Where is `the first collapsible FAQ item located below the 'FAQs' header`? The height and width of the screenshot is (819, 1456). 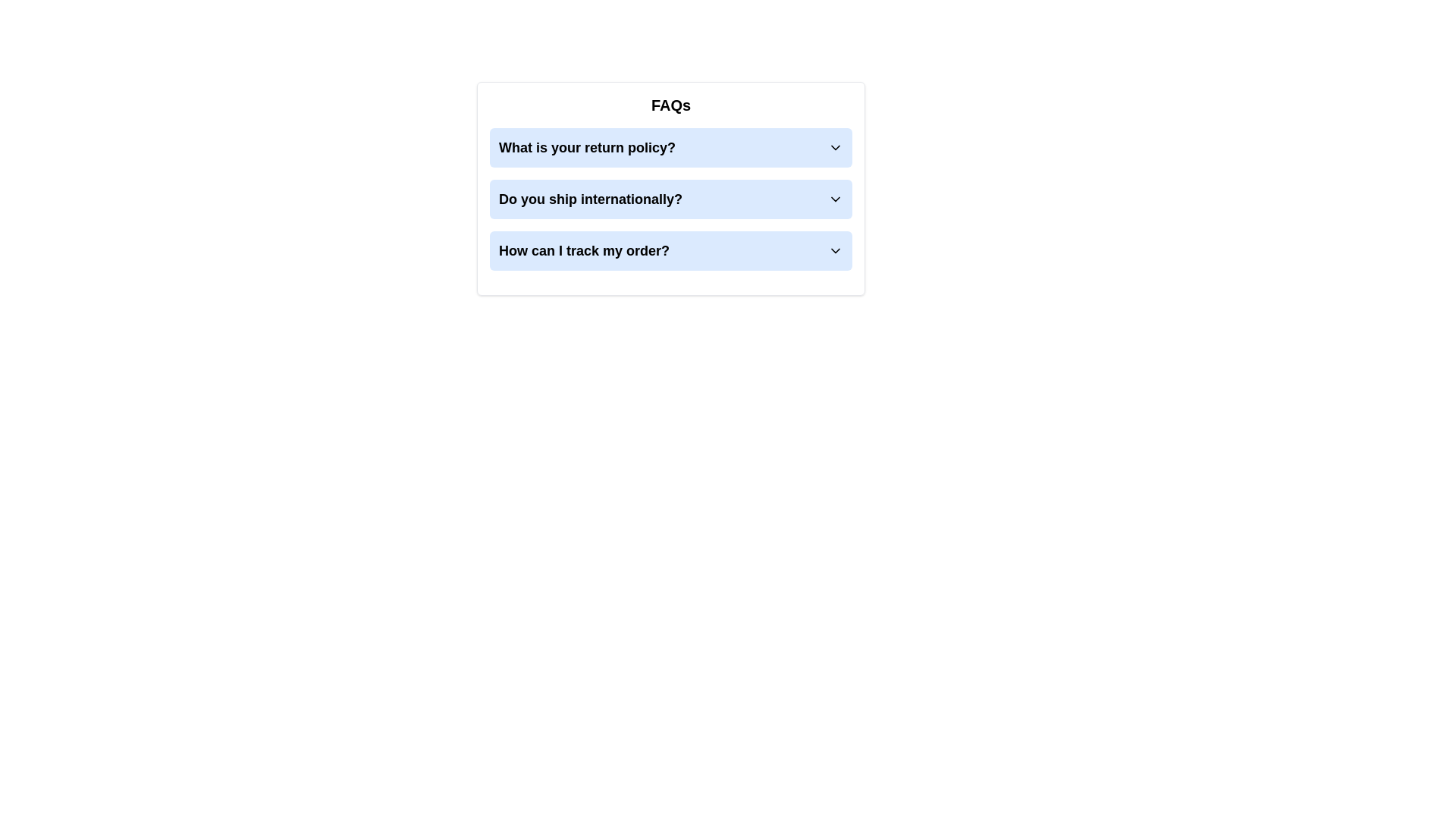
the first collapsible FAQ item located below the 'FAQs' header is located at coordinates (670, 148).